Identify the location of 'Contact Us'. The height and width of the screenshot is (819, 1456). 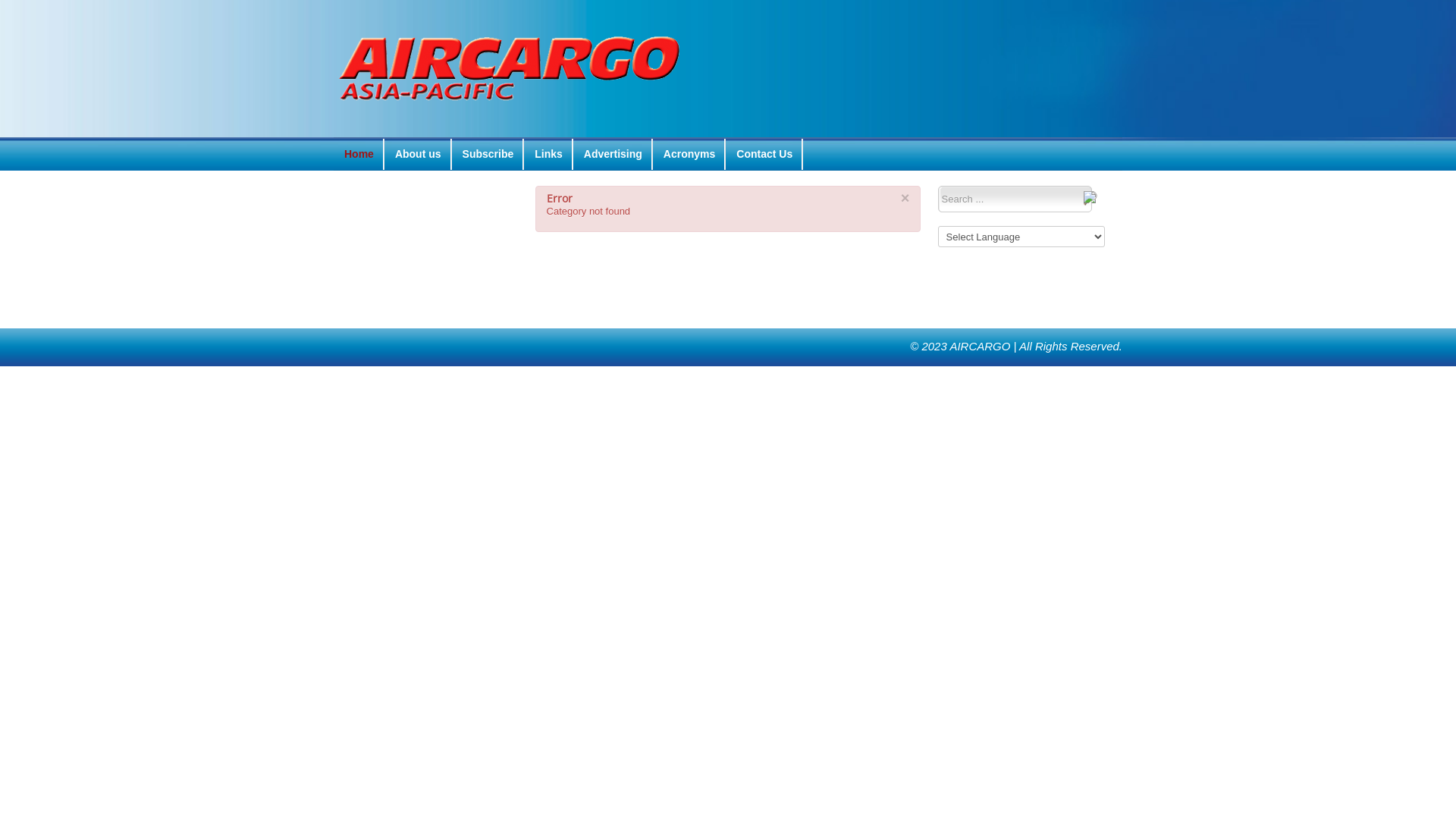
(724, 154).